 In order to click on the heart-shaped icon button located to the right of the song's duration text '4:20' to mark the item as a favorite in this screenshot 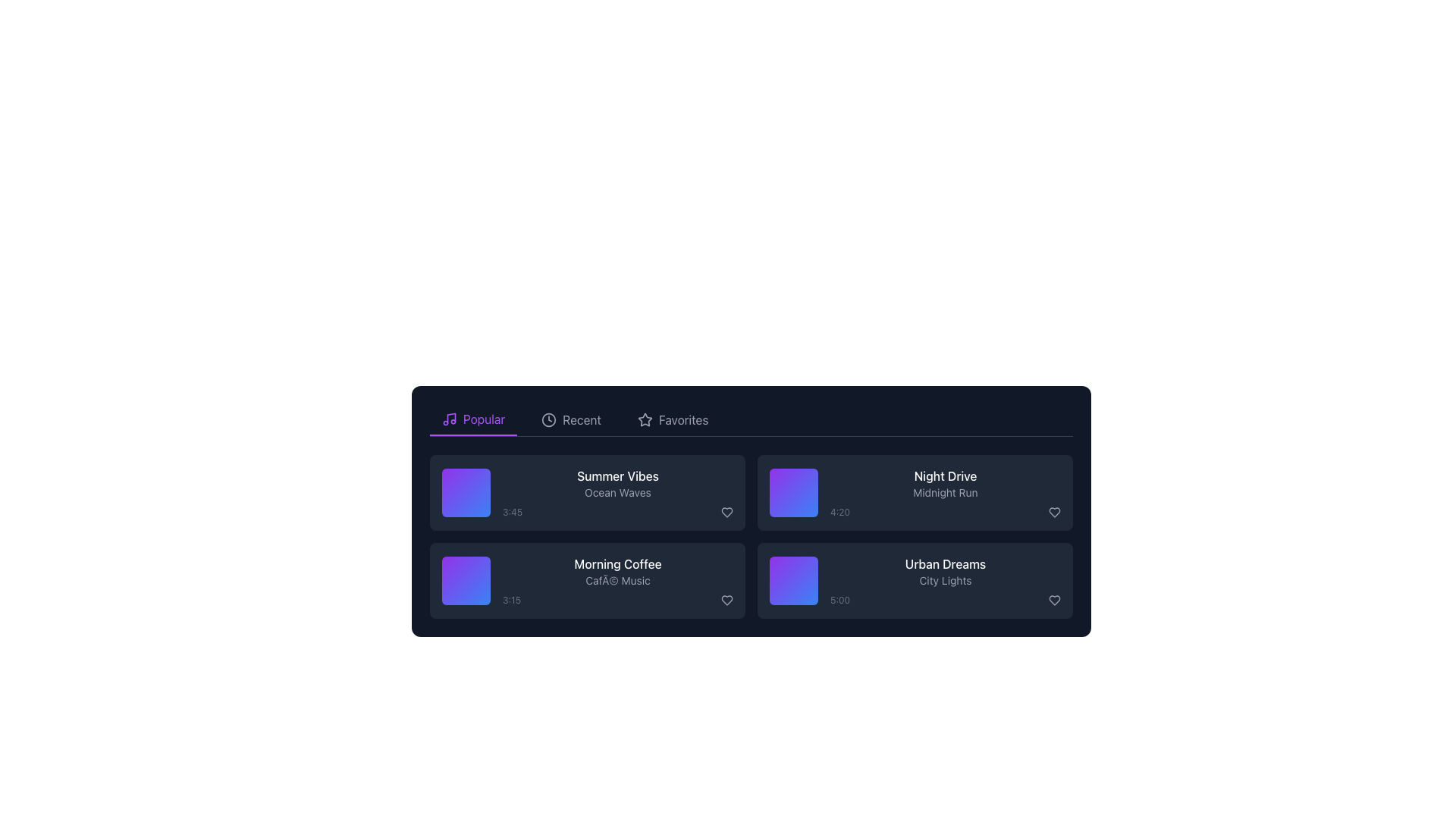, I will do `click(1054, 512)`.